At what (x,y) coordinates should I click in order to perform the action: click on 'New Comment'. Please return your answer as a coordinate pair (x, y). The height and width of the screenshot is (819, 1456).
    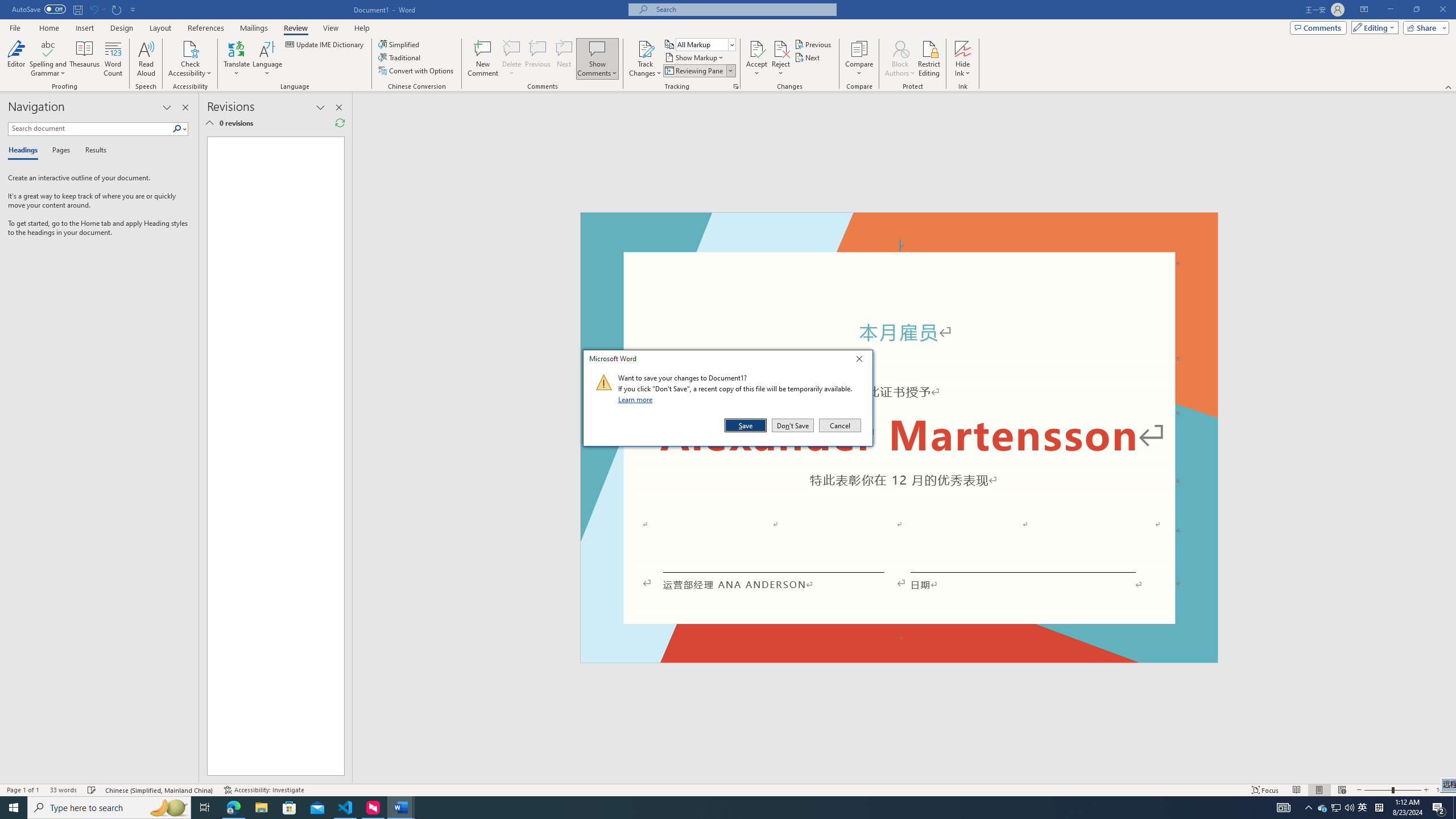
    Looking at the image, I should click on (482, 59).